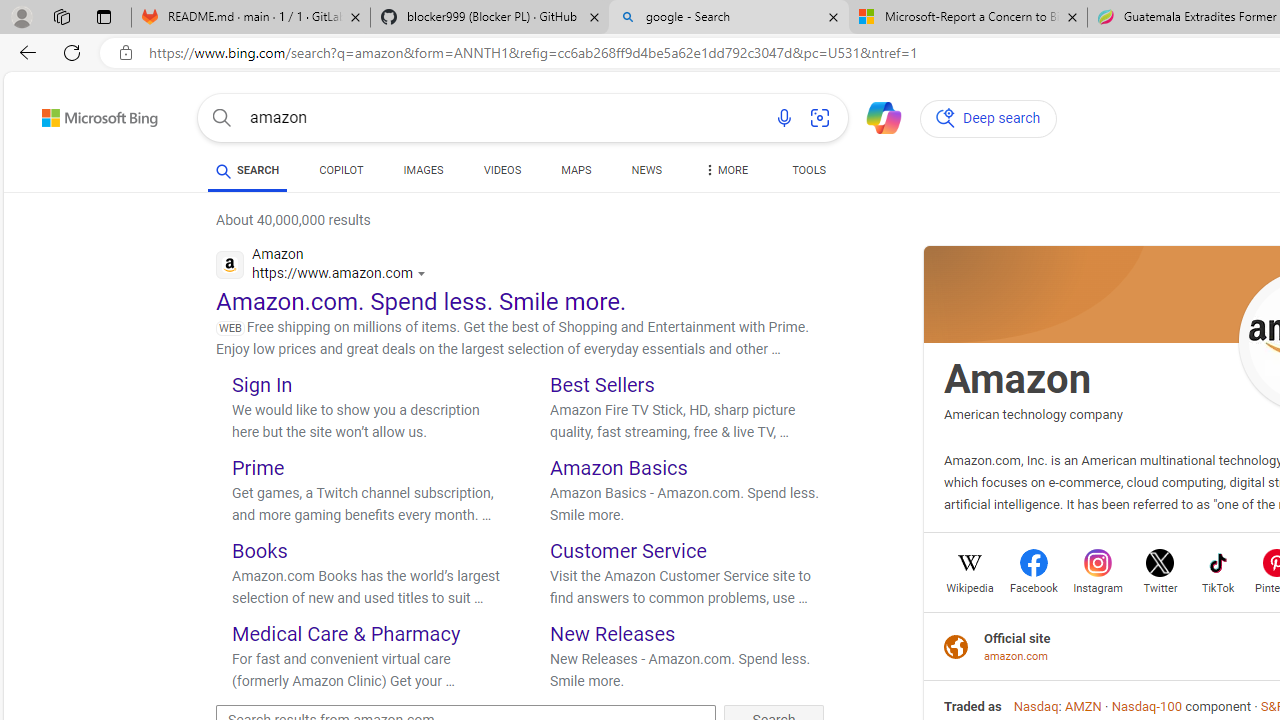 The width and height of the screenshot is (1280, 720). Describe the element at coordinates (723, 170) in the screenshot. I see `'Dropdown Menu'` at that location.